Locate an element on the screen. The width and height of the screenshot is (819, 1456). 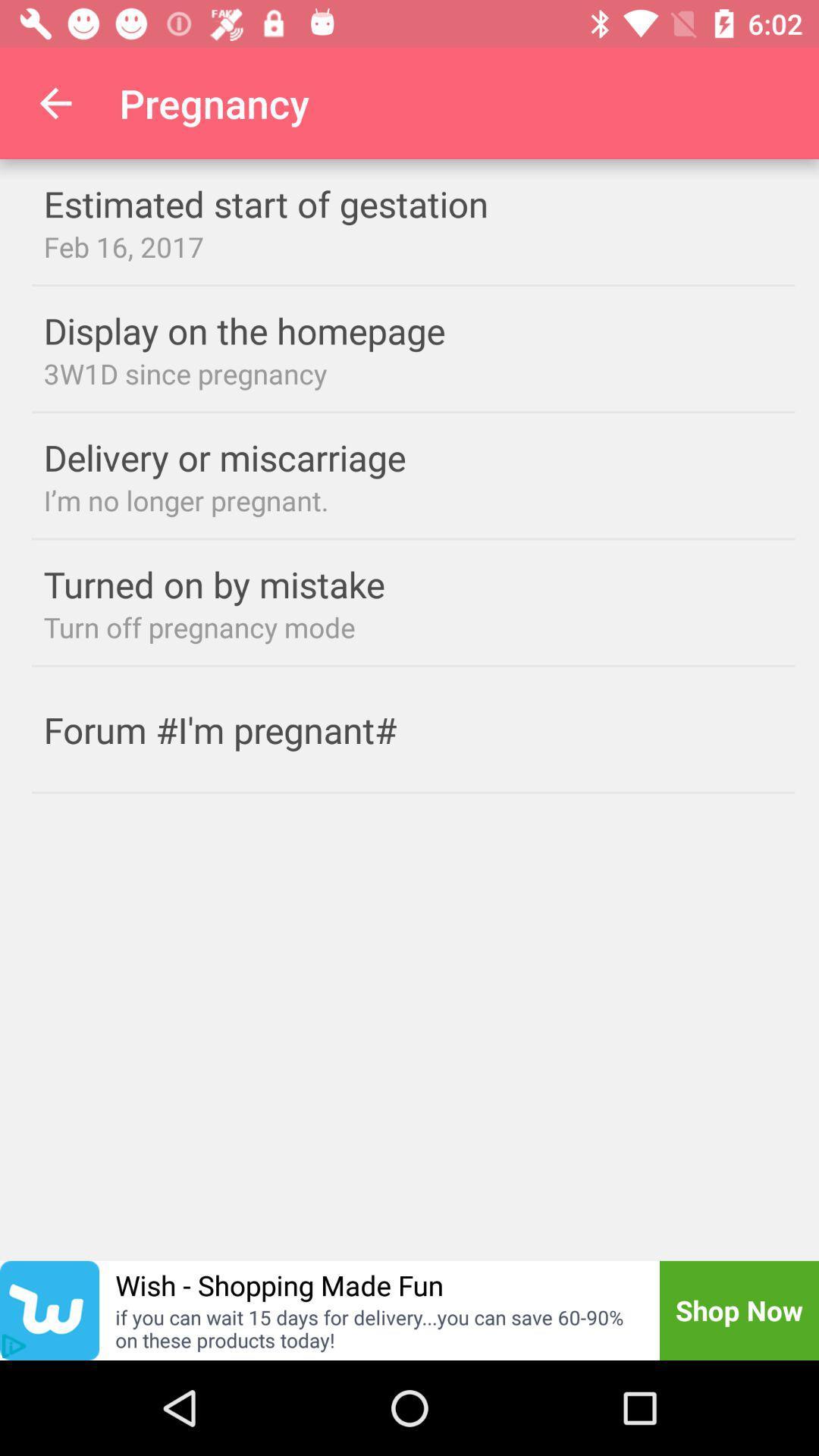
turned on by item is located at coordinates (243, 583).